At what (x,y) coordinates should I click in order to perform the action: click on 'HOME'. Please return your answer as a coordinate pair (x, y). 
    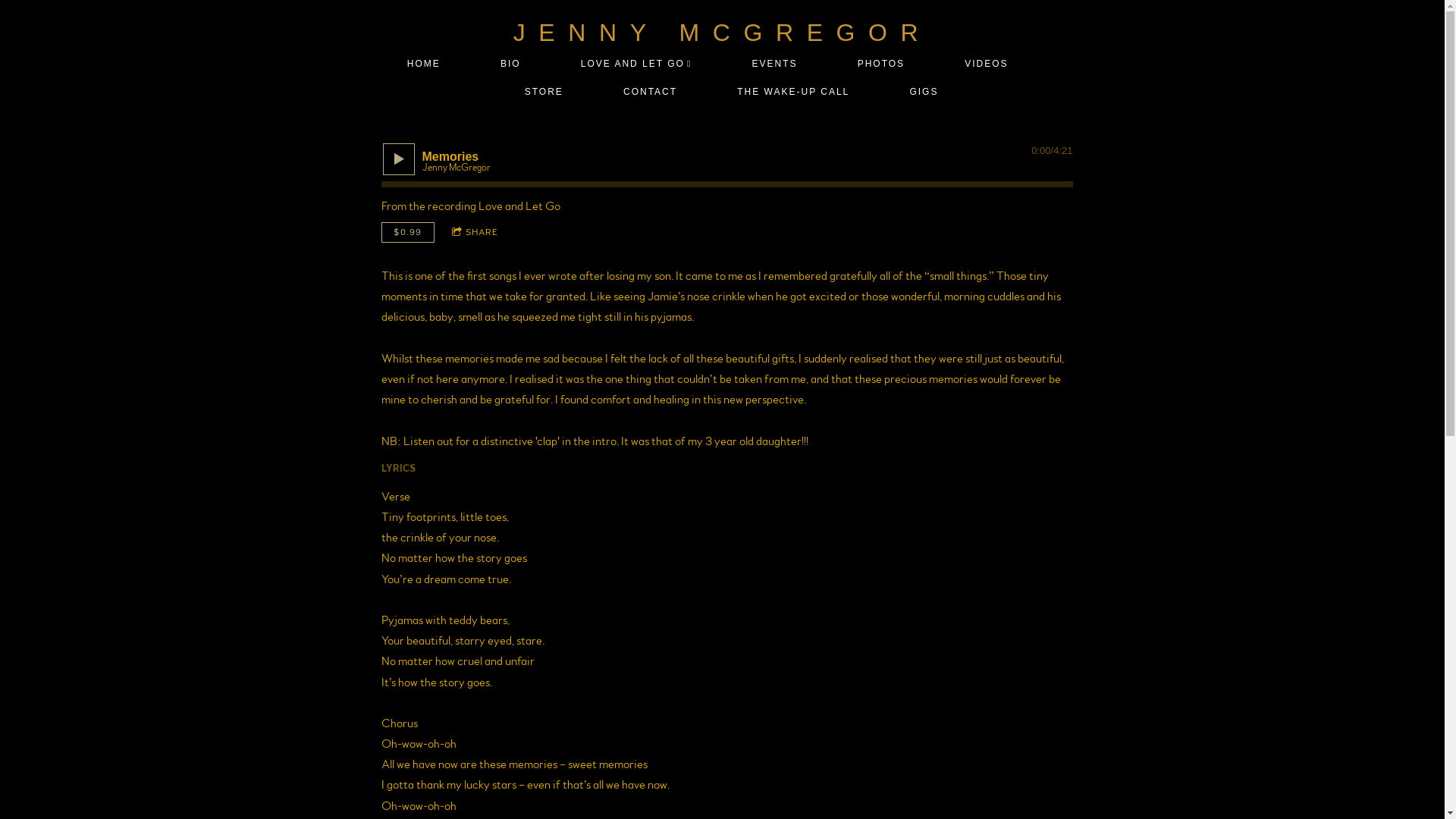
    Looking at the image, I should click on (423, 63).